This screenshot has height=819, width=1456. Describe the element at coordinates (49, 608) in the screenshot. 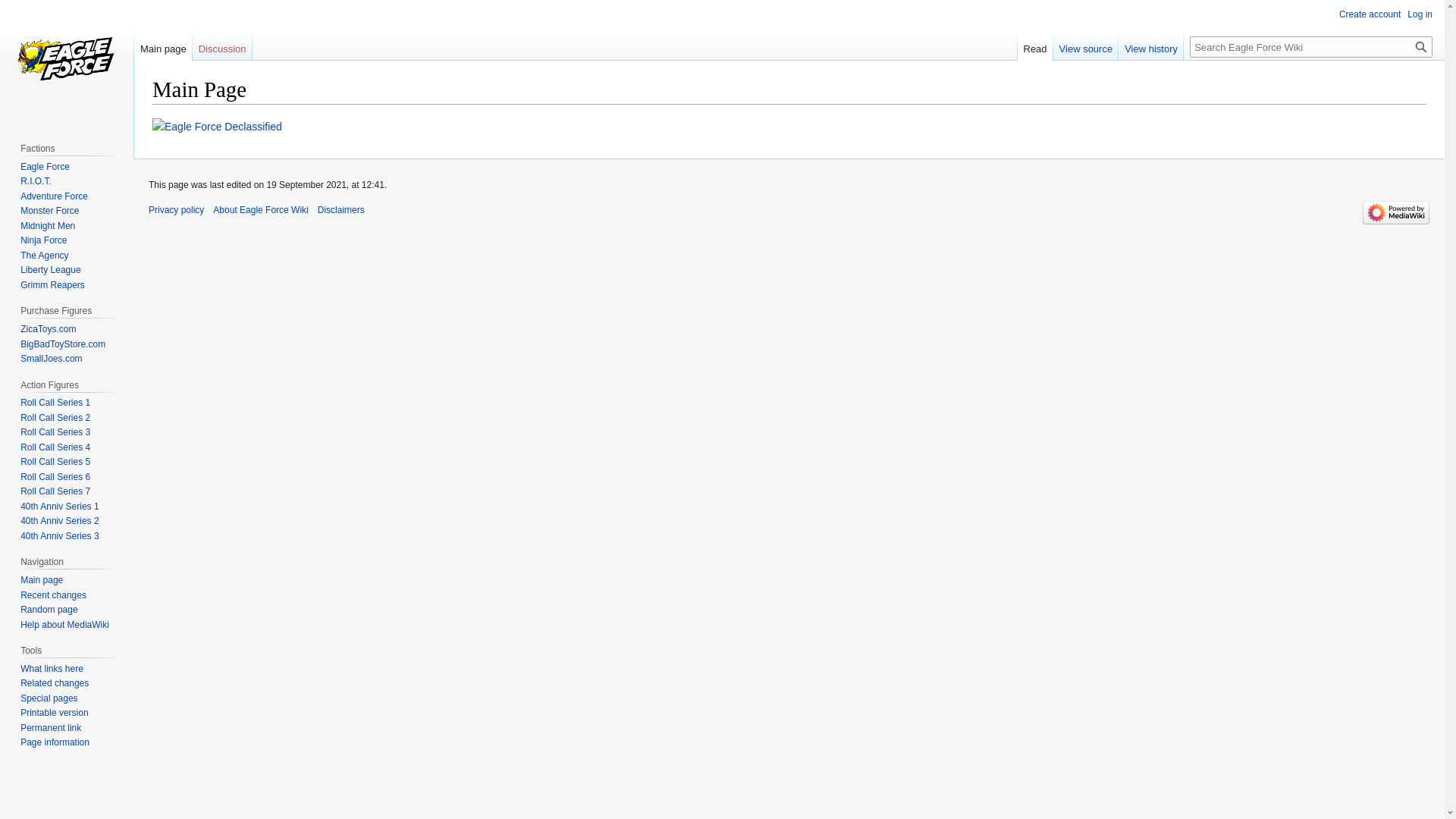

I see `'Random page'` at that location.